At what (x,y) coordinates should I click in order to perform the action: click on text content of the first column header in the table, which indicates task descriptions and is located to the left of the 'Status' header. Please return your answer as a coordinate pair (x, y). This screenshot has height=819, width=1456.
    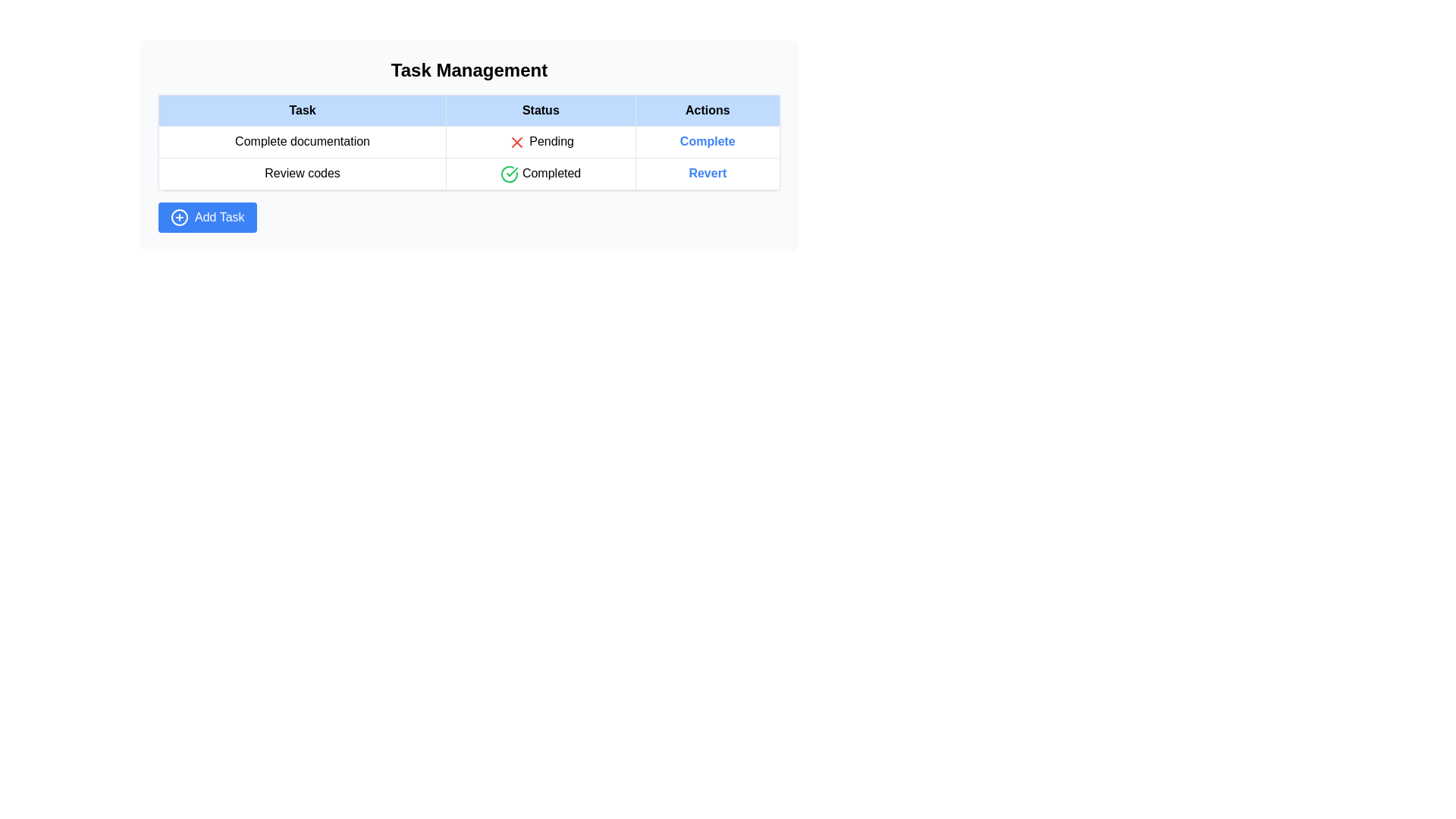
    Looking at the image, I should click on (302, 110).